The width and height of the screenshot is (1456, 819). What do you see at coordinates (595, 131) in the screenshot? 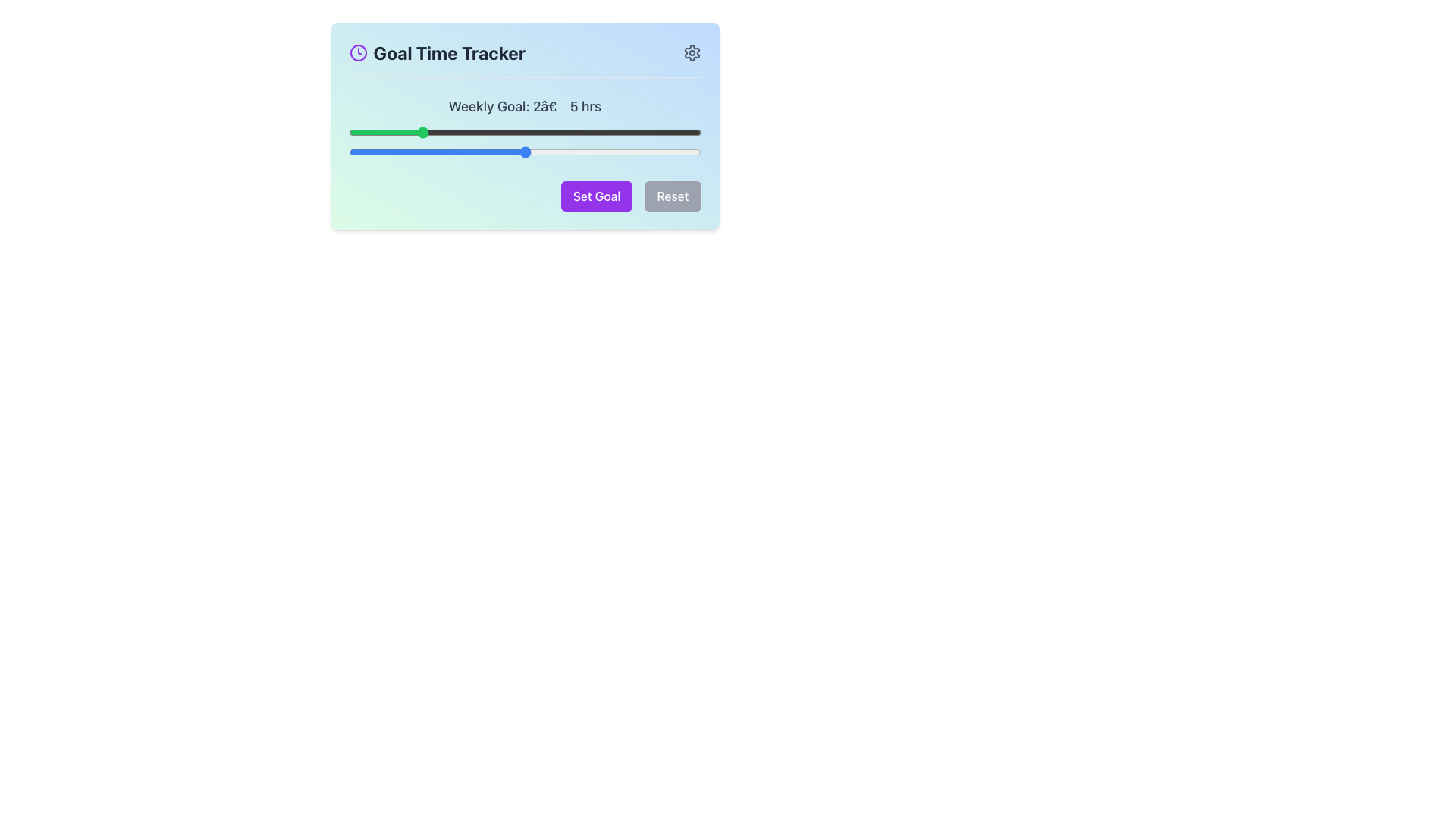
I see `the time slider` at bounding box center [595, 131].